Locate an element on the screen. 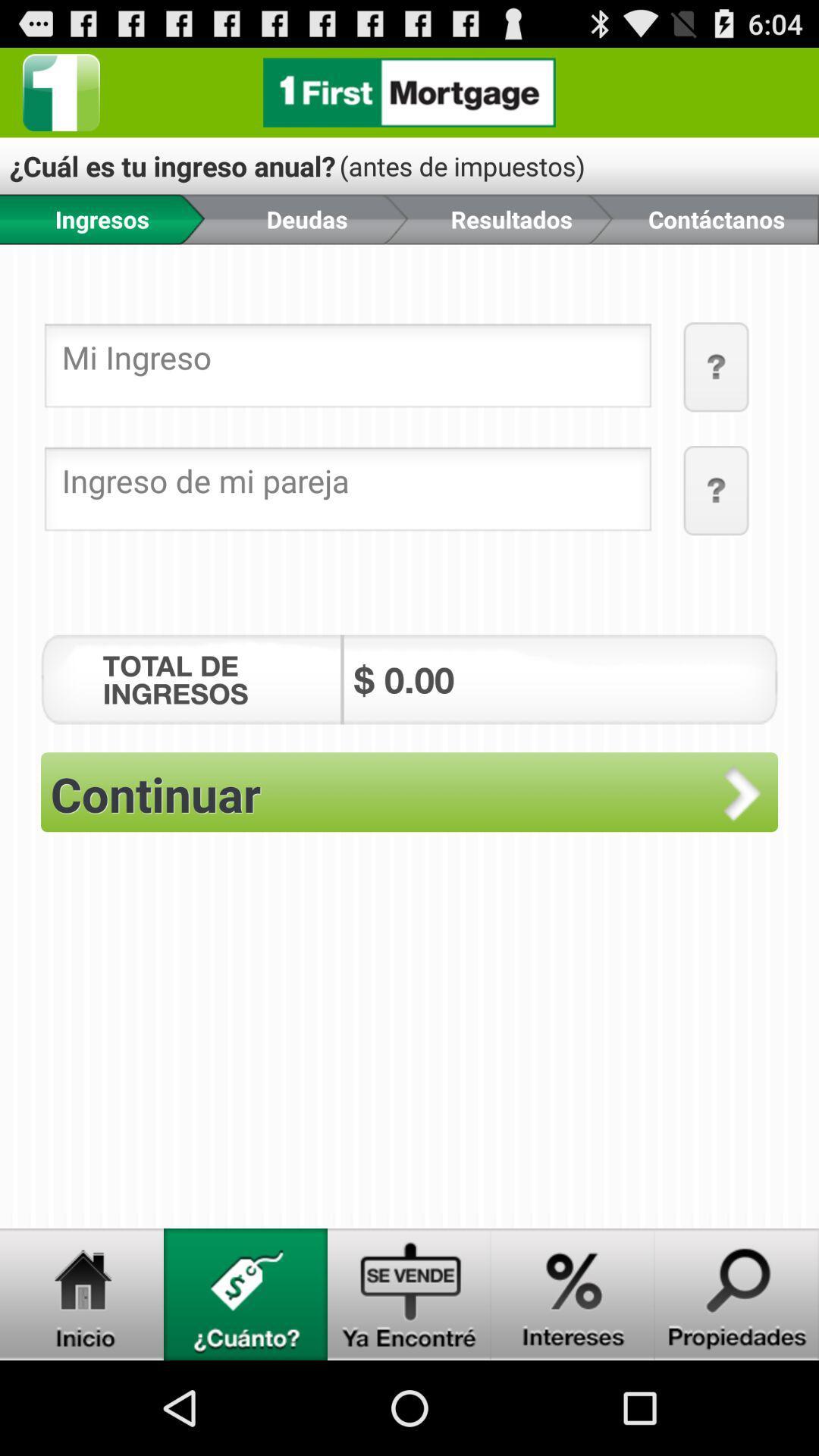  the facebook icon is located at coordinates (61, 98).